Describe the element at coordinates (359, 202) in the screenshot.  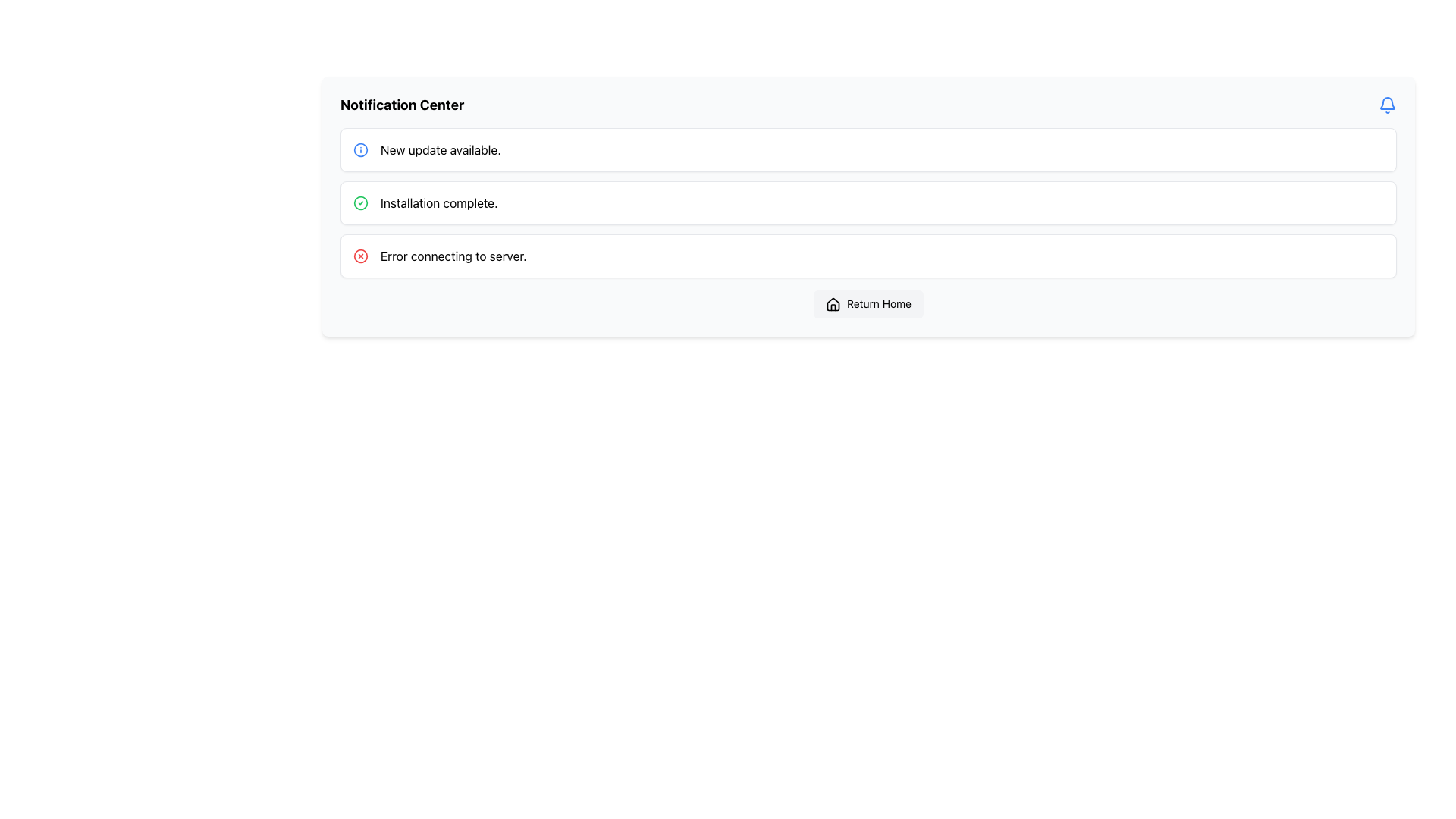
I see `the icon that indicates successful completion of the installation process, which is located to the far left of the notification entry stating 'Installation complete.'` at that location.